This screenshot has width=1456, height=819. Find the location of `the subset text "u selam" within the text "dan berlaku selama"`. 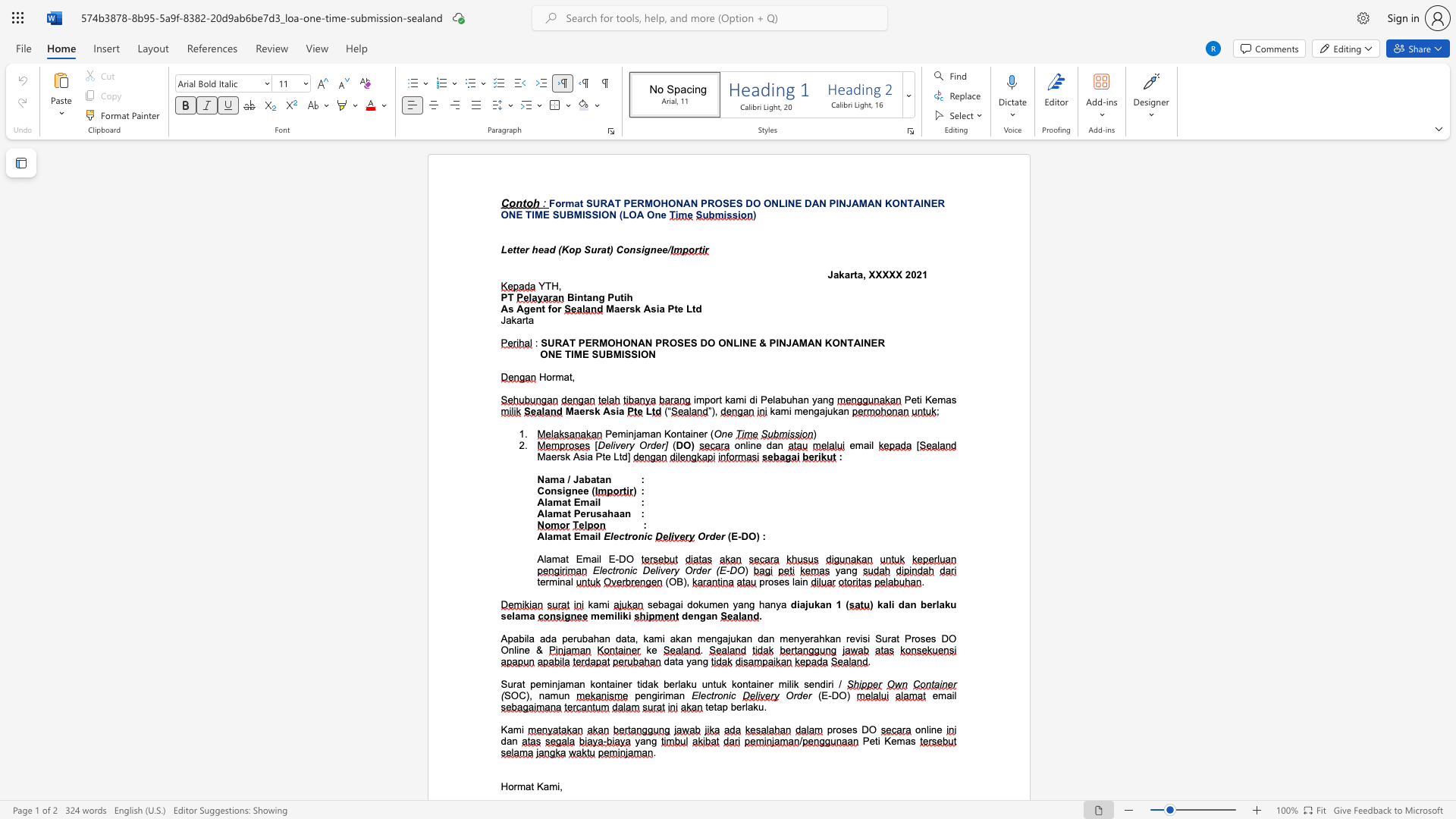

the subset text "u selam" within the text "dan berlaku selama" is located at coordinates (949, 604).